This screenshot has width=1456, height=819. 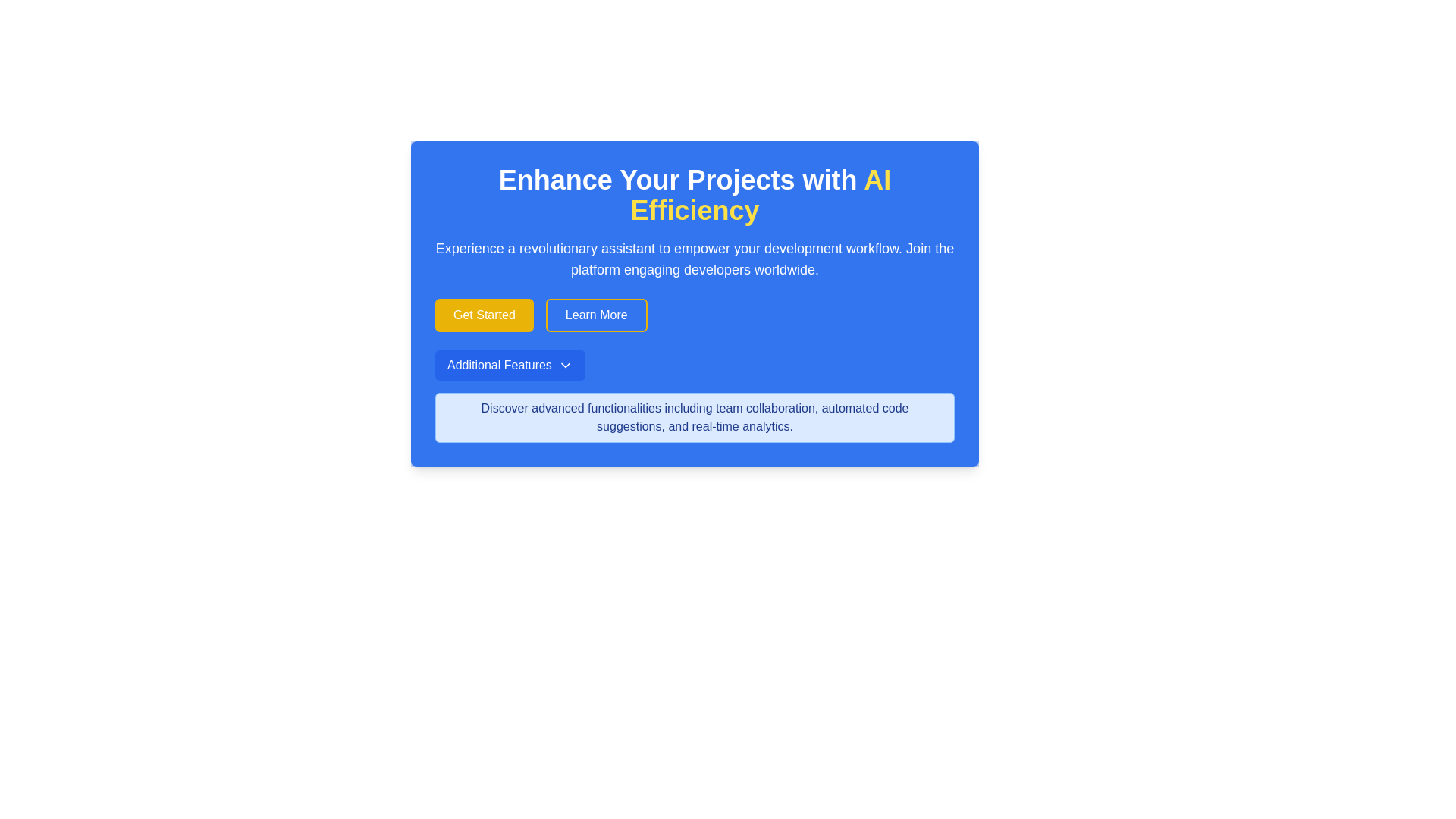 What do you see at coordinates (510, 366) in the screenshot?
I see `the third interactive button located below the 'Get Started' and 'Learn More' buttons` at bounding box center [510, 366].